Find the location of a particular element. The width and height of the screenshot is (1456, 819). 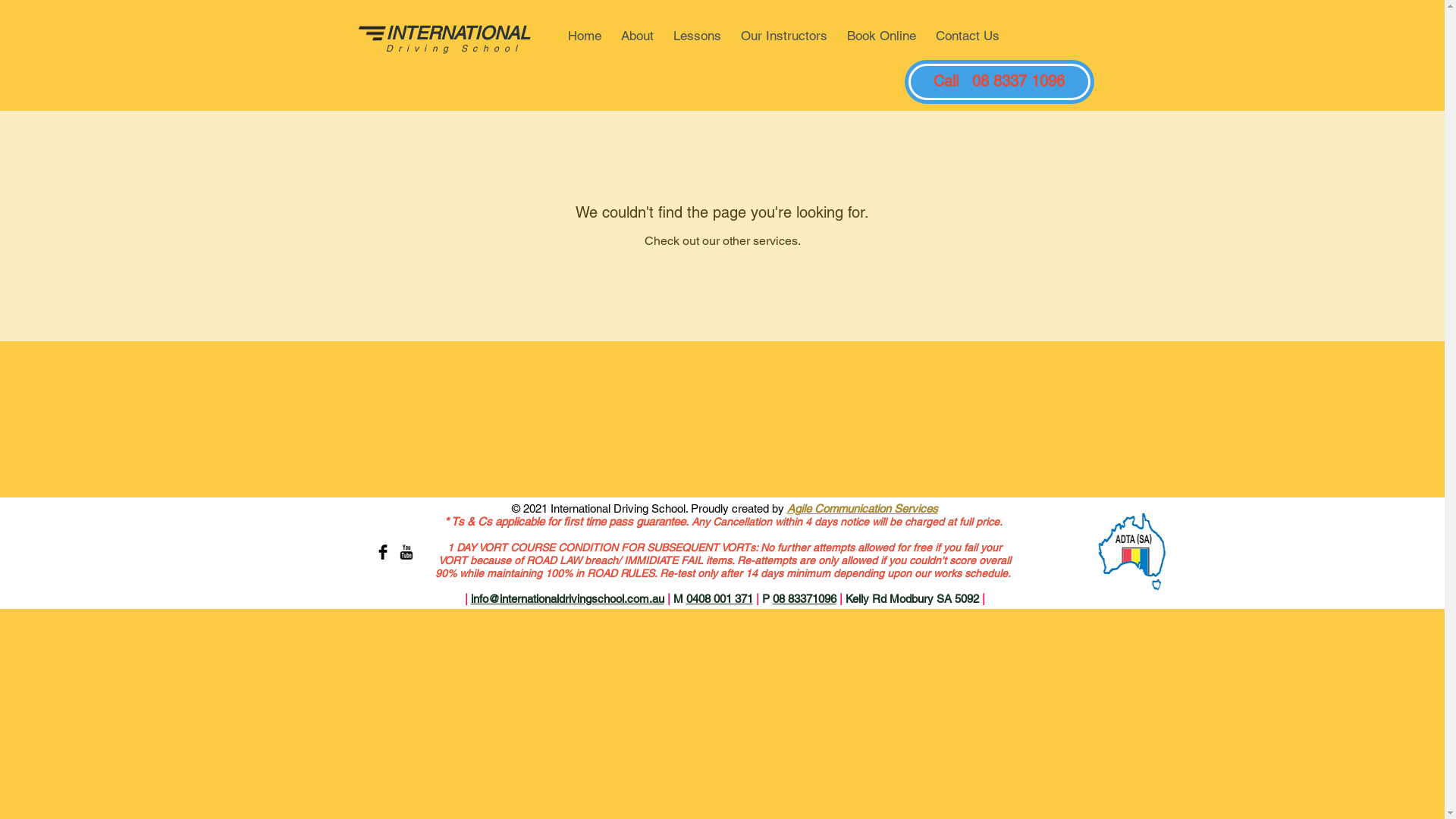

'Lessons' is located at coordinates (696, 35).